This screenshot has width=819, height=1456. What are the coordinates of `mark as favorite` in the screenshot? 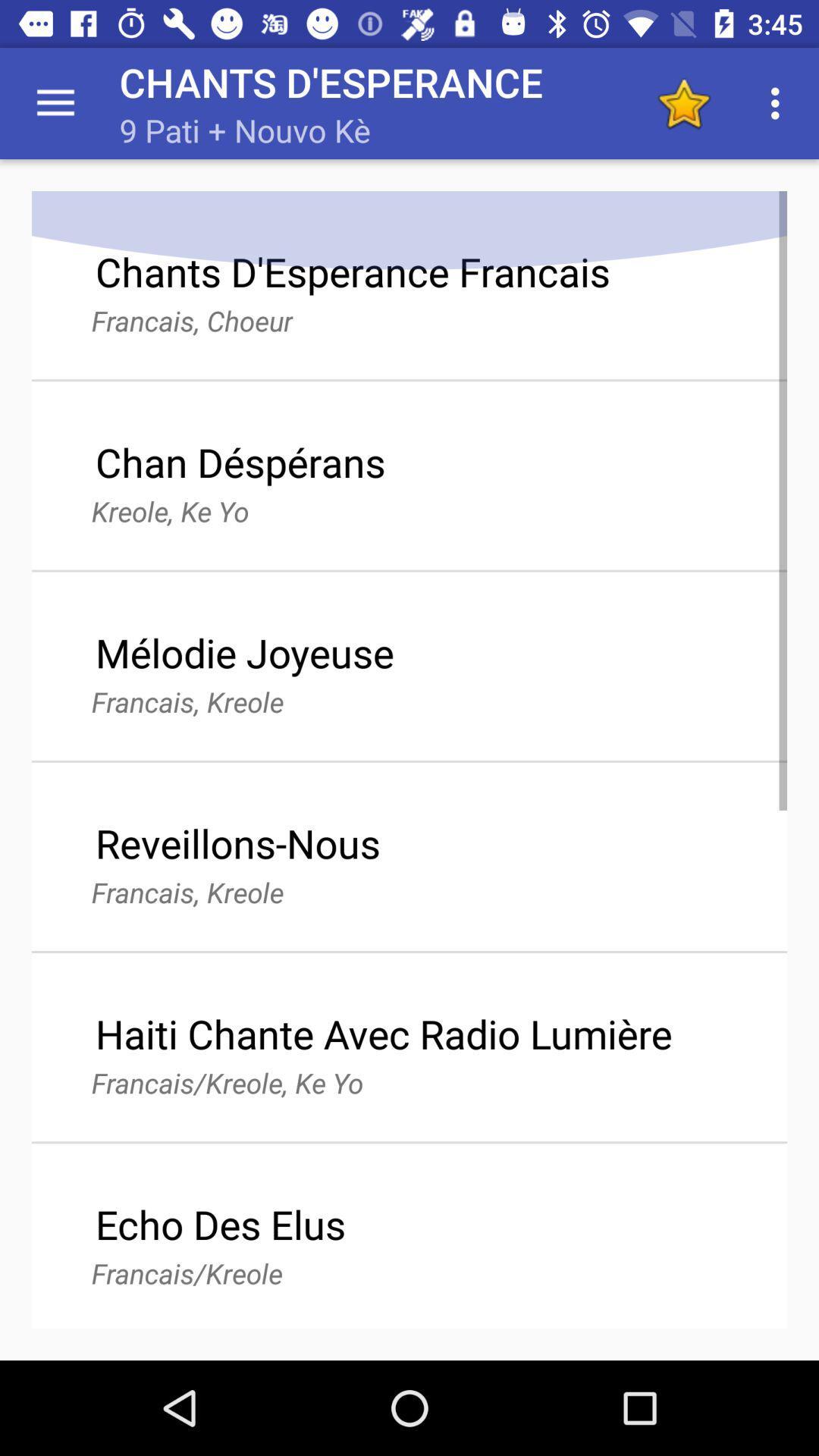 It's located at (683, 102).